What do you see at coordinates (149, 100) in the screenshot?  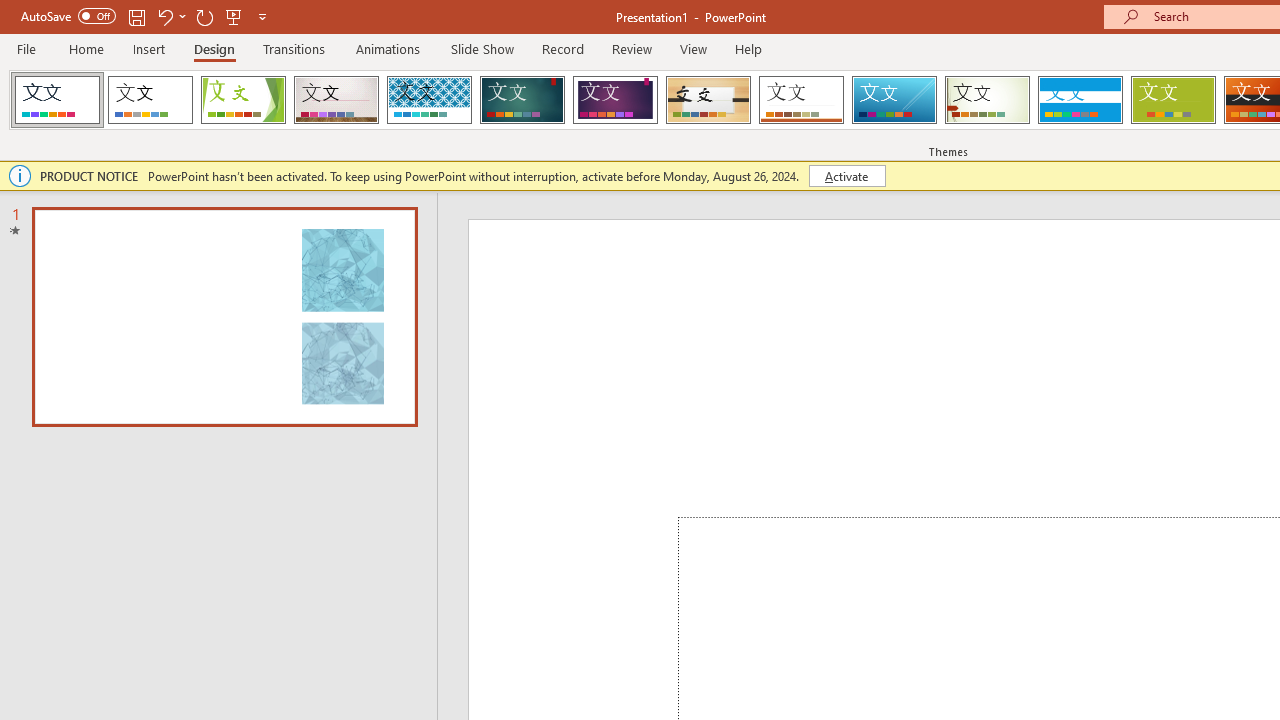 I see `'Office Theme'` at bounding box center [149, 100].